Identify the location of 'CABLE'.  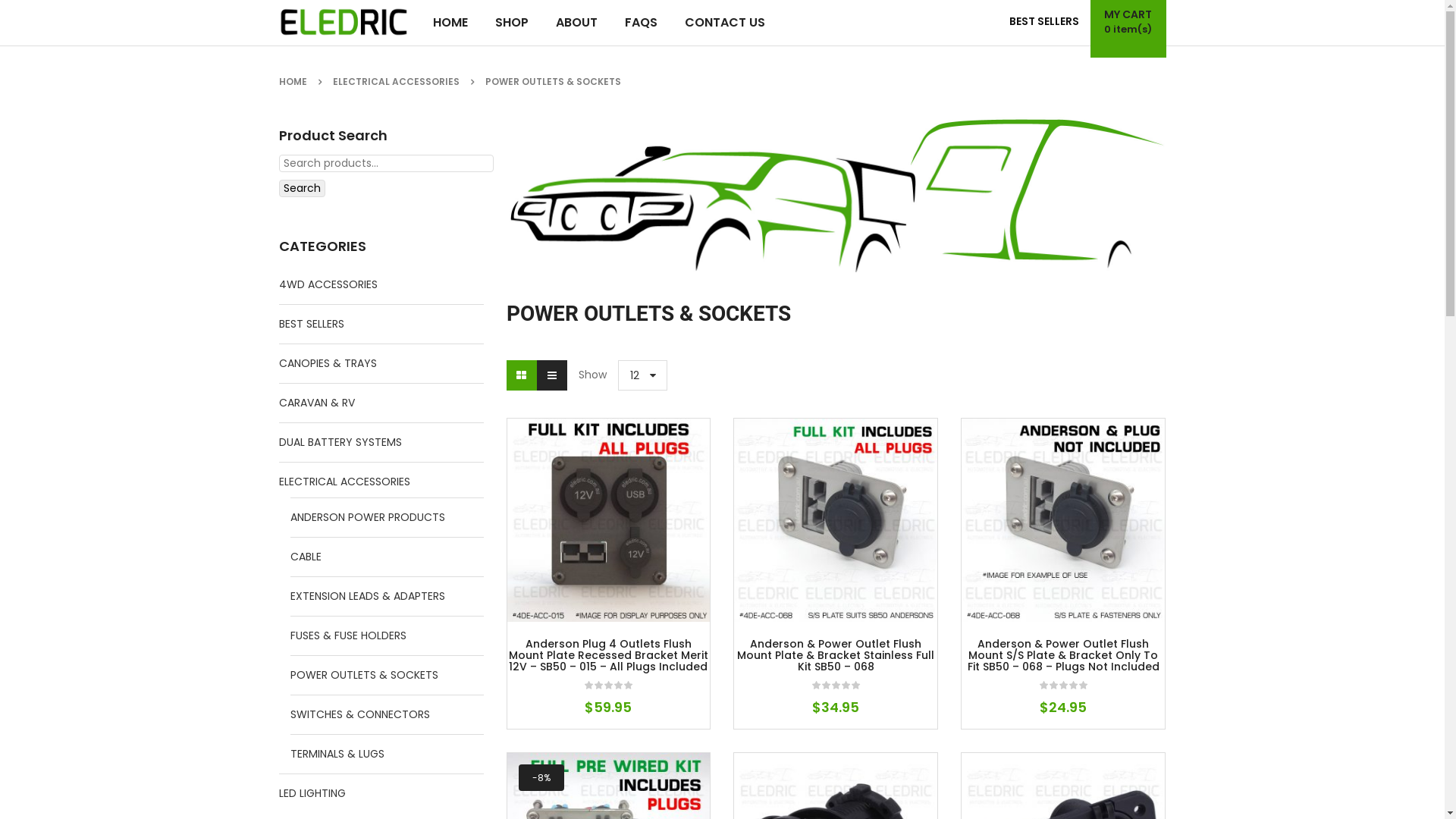
(290, 557).